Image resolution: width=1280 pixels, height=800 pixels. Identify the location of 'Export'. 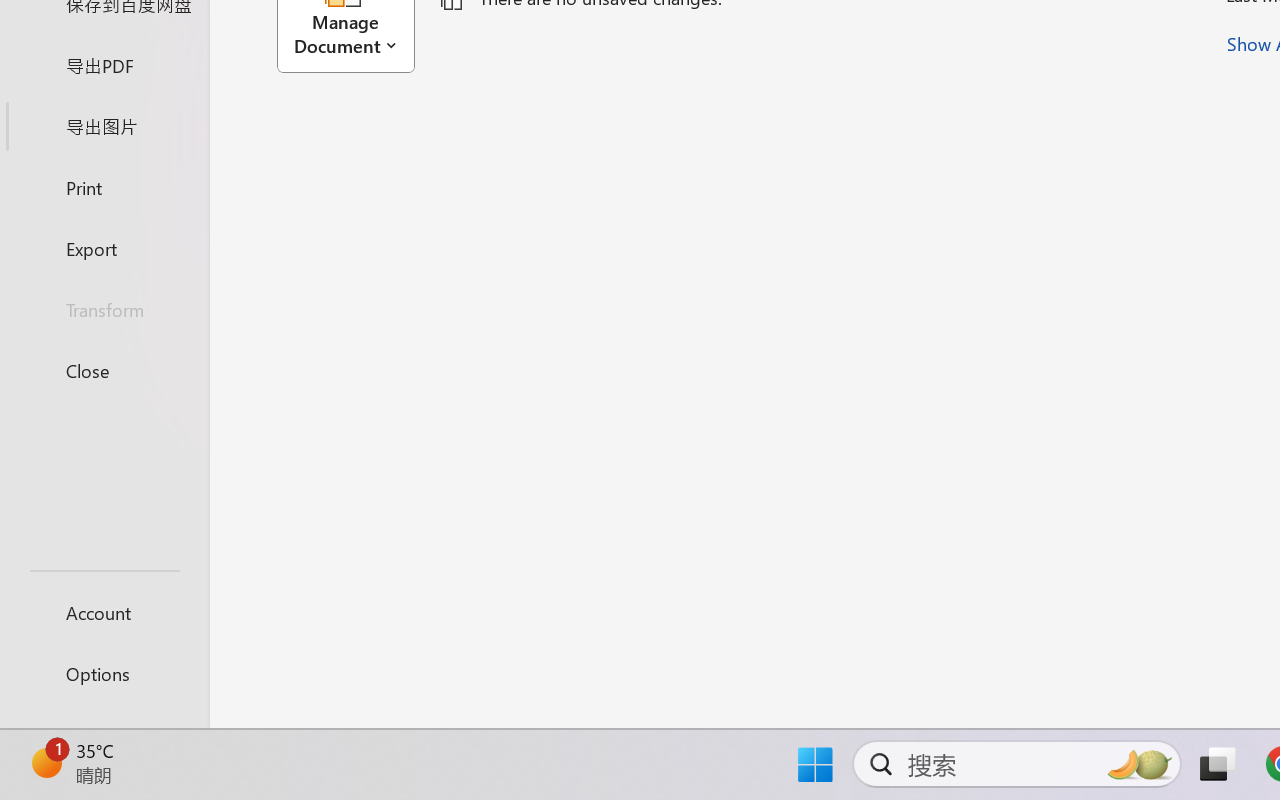
(103, 247).